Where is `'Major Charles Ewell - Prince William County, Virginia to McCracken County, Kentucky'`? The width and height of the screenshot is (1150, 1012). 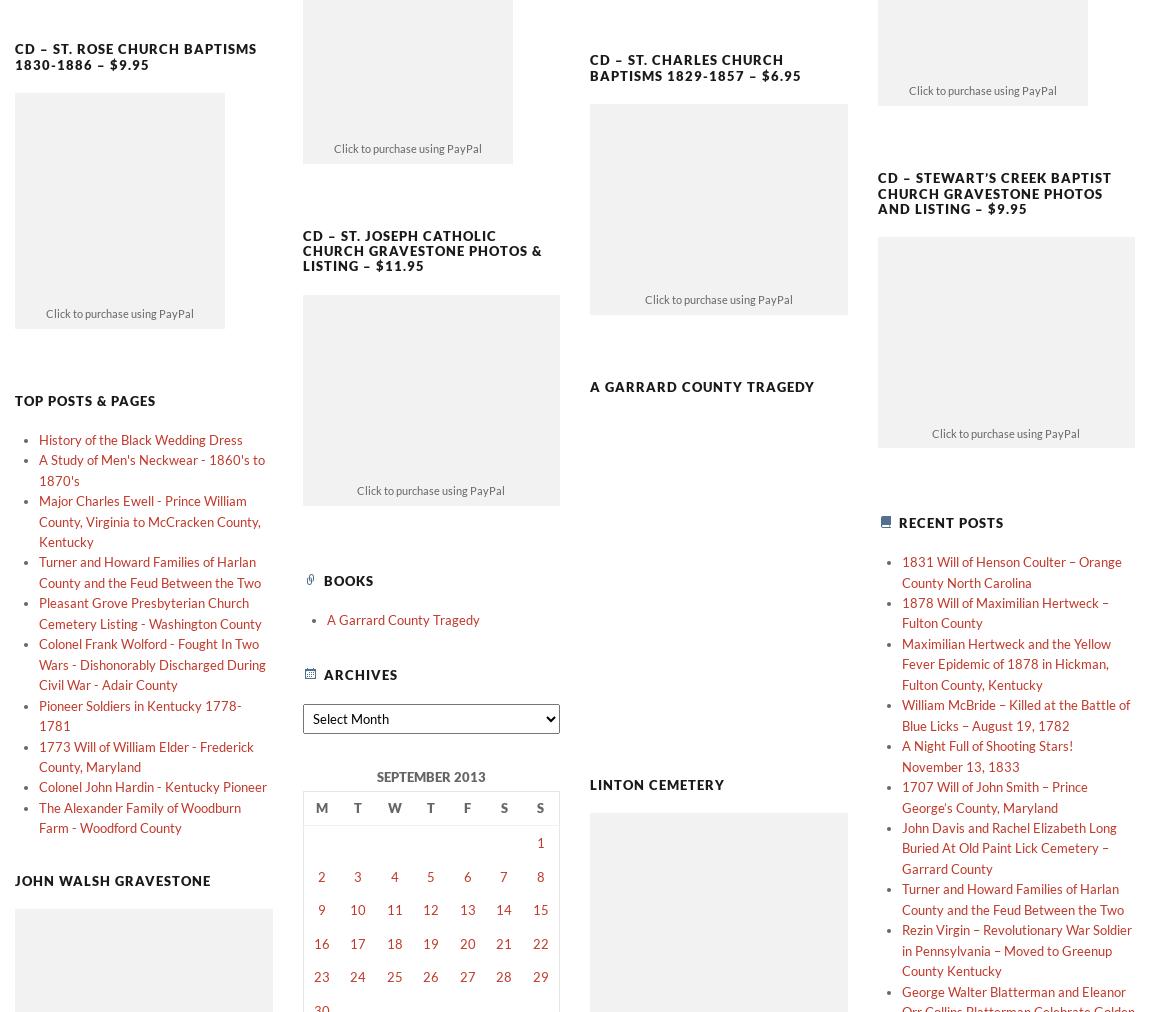 'Major Charles Ewell - Prince William County, Virginia to McCracken County, Kentucky' is located at coordinates (37, 487).